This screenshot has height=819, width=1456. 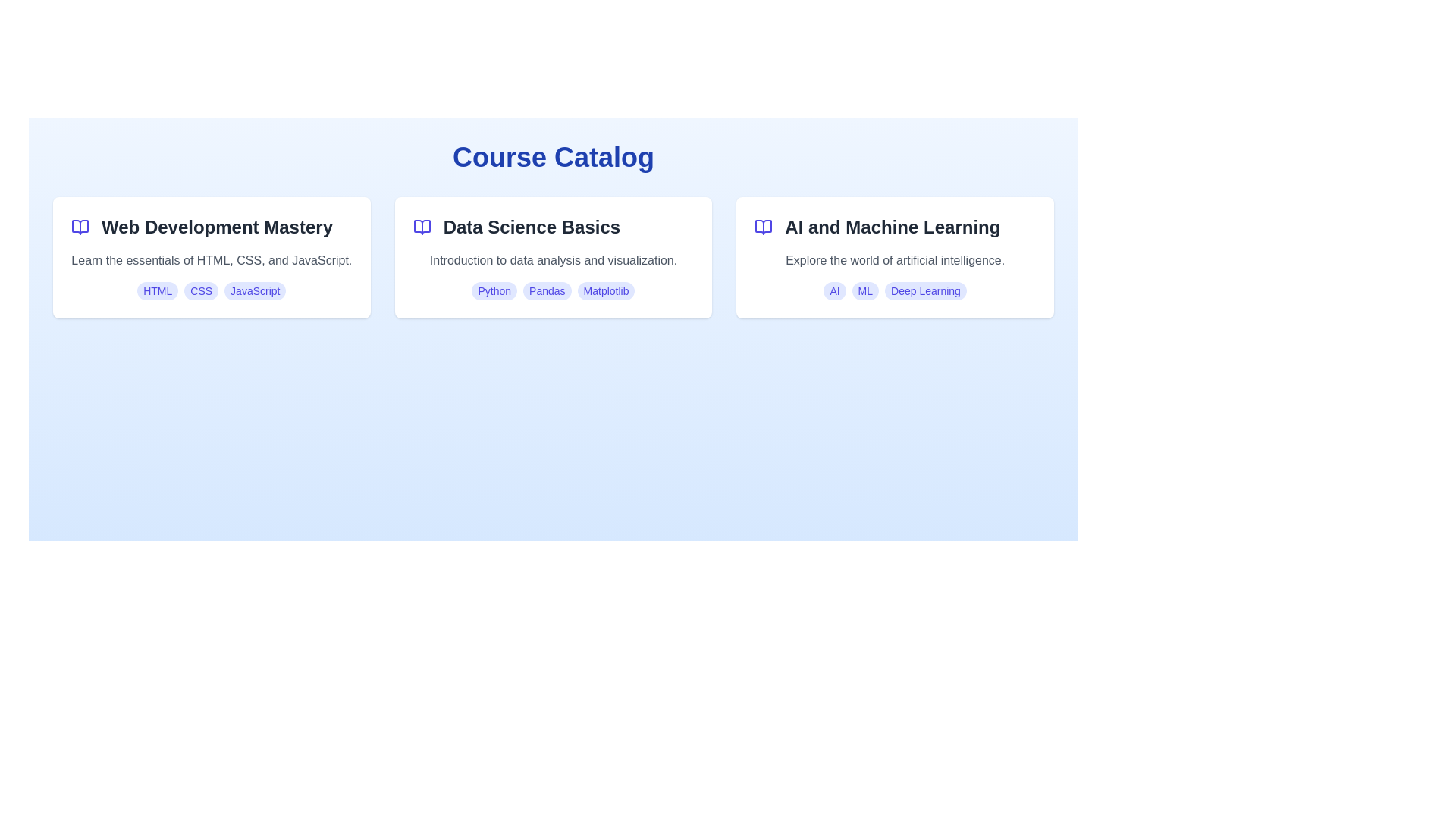 I want to click on the pill-shaped label displaying the text 'Matplotlib' in bold indigo font, located in the 'Data Science Basics' section as the third option in a horizontal list, so click(x=605, y=291).